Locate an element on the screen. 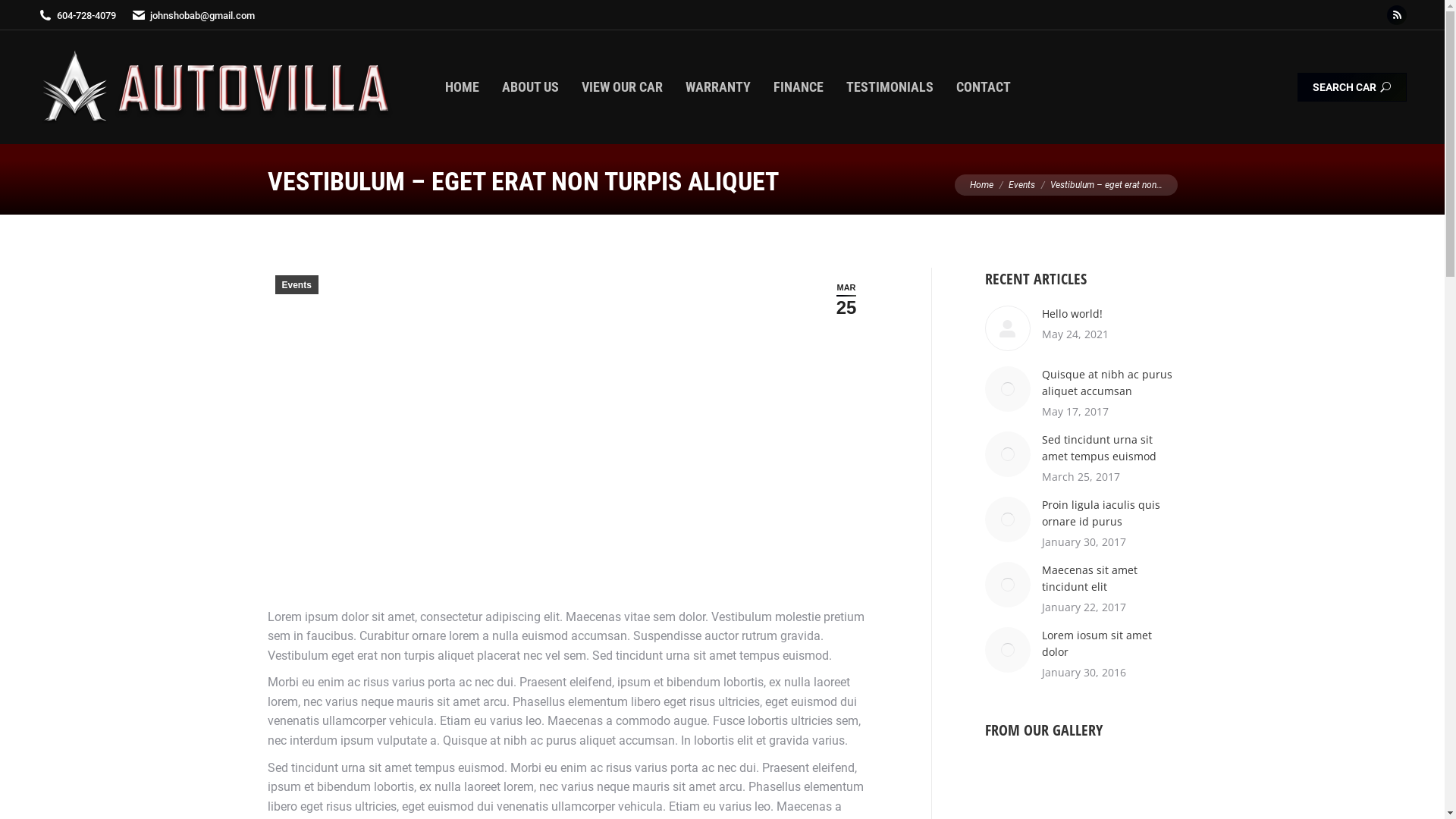  'Maecenas sit amet tincidunt elit' is located at coordinates (1109, 579).